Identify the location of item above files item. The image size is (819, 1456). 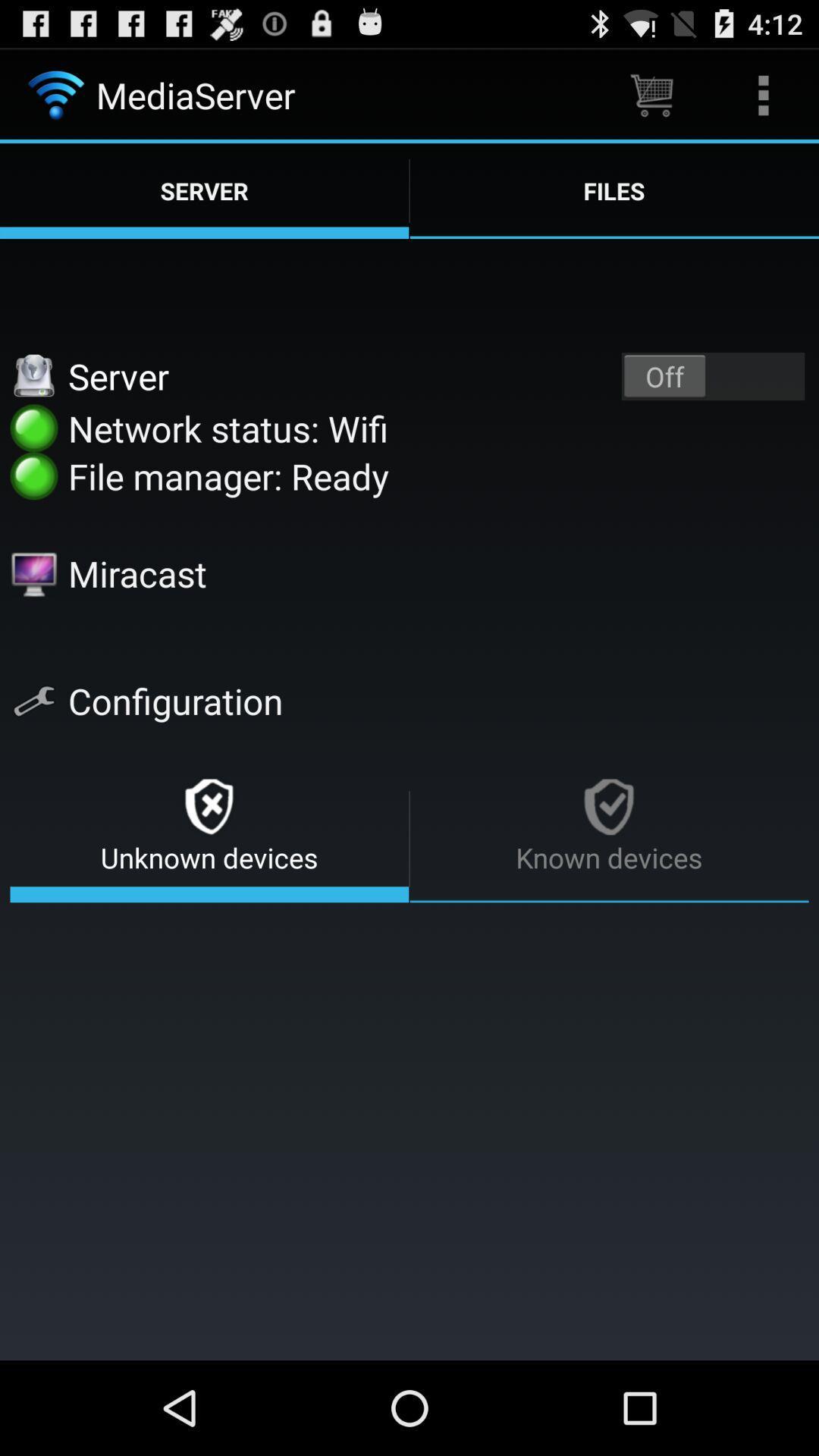
(651, 94).